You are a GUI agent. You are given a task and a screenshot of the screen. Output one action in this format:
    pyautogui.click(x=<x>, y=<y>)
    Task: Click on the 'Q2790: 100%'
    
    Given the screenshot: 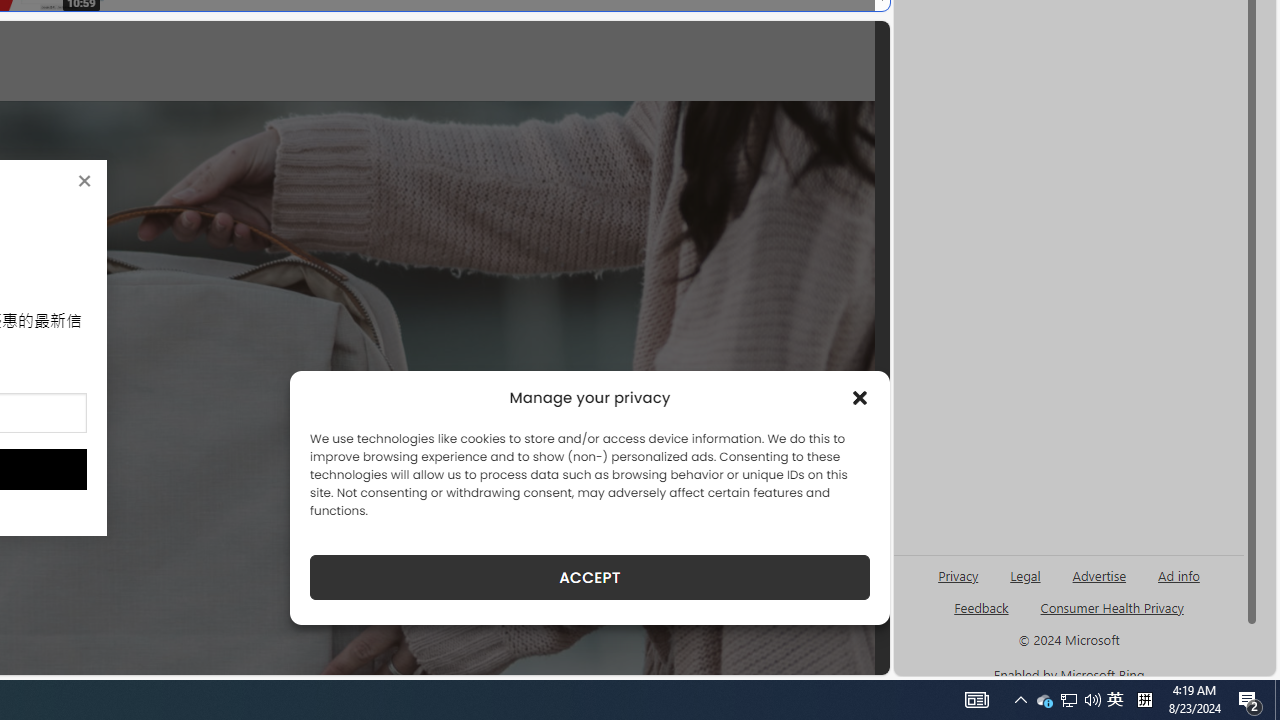 What is the action you would take?
    pyautogui.click(x=1092, y=698)
    